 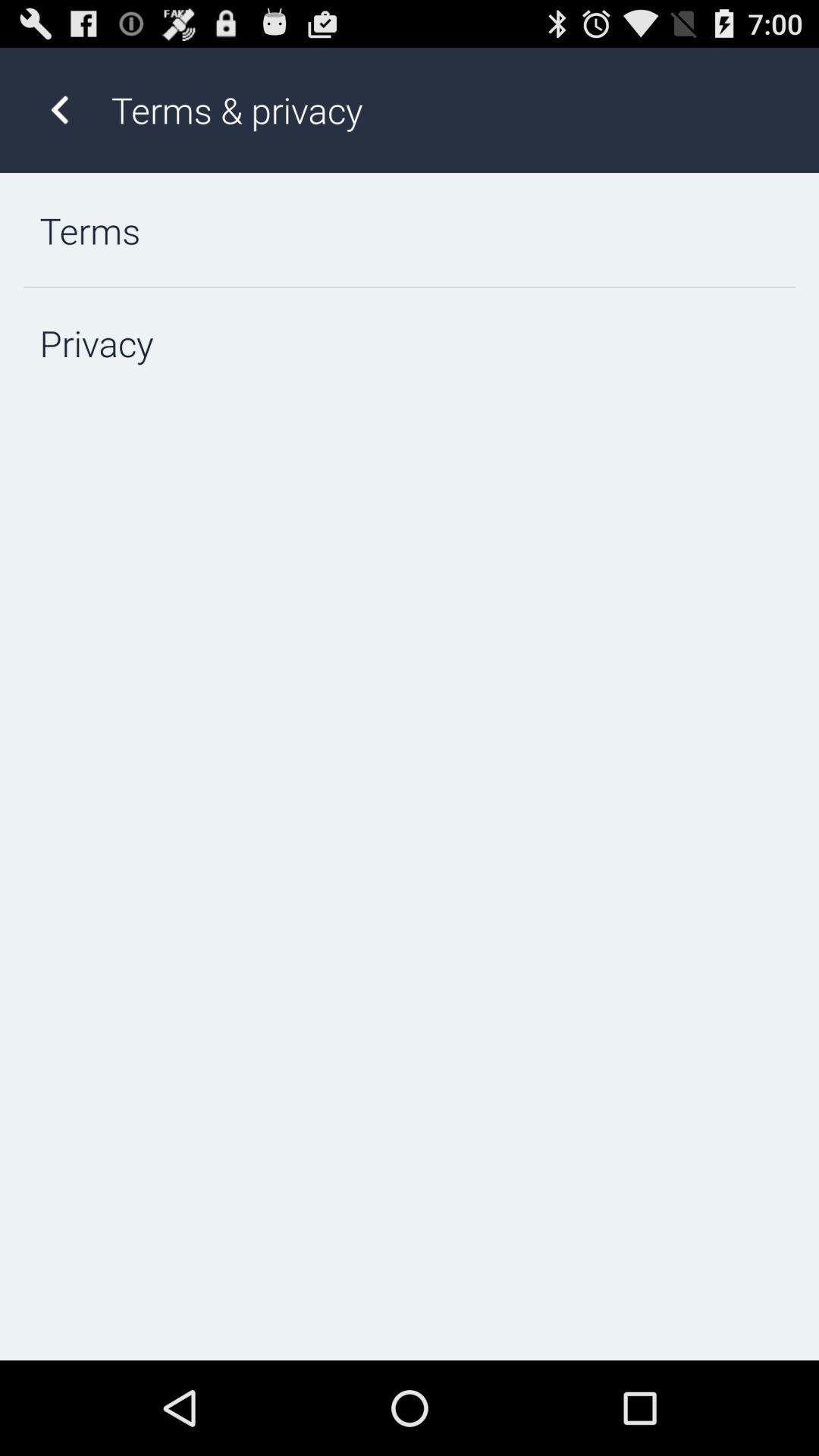 What do you see at coordinates (448, 109) in the screenshot?
I see `terms & privacy icon` at bounding box center [448, 109].